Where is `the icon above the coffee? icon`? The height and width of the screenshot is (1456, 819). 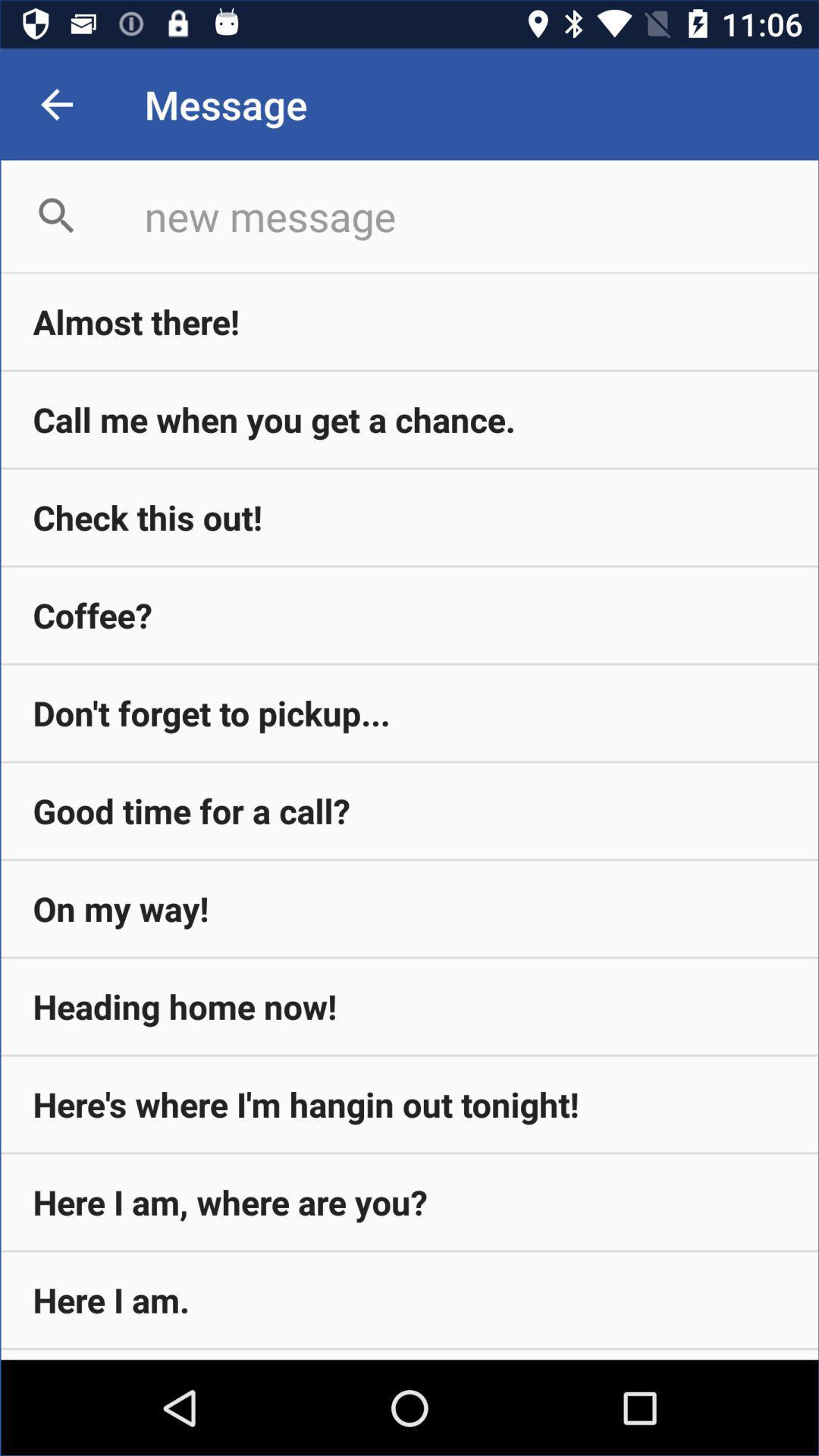
the icon above the coffee? icon is located at coordinates (409, 517).